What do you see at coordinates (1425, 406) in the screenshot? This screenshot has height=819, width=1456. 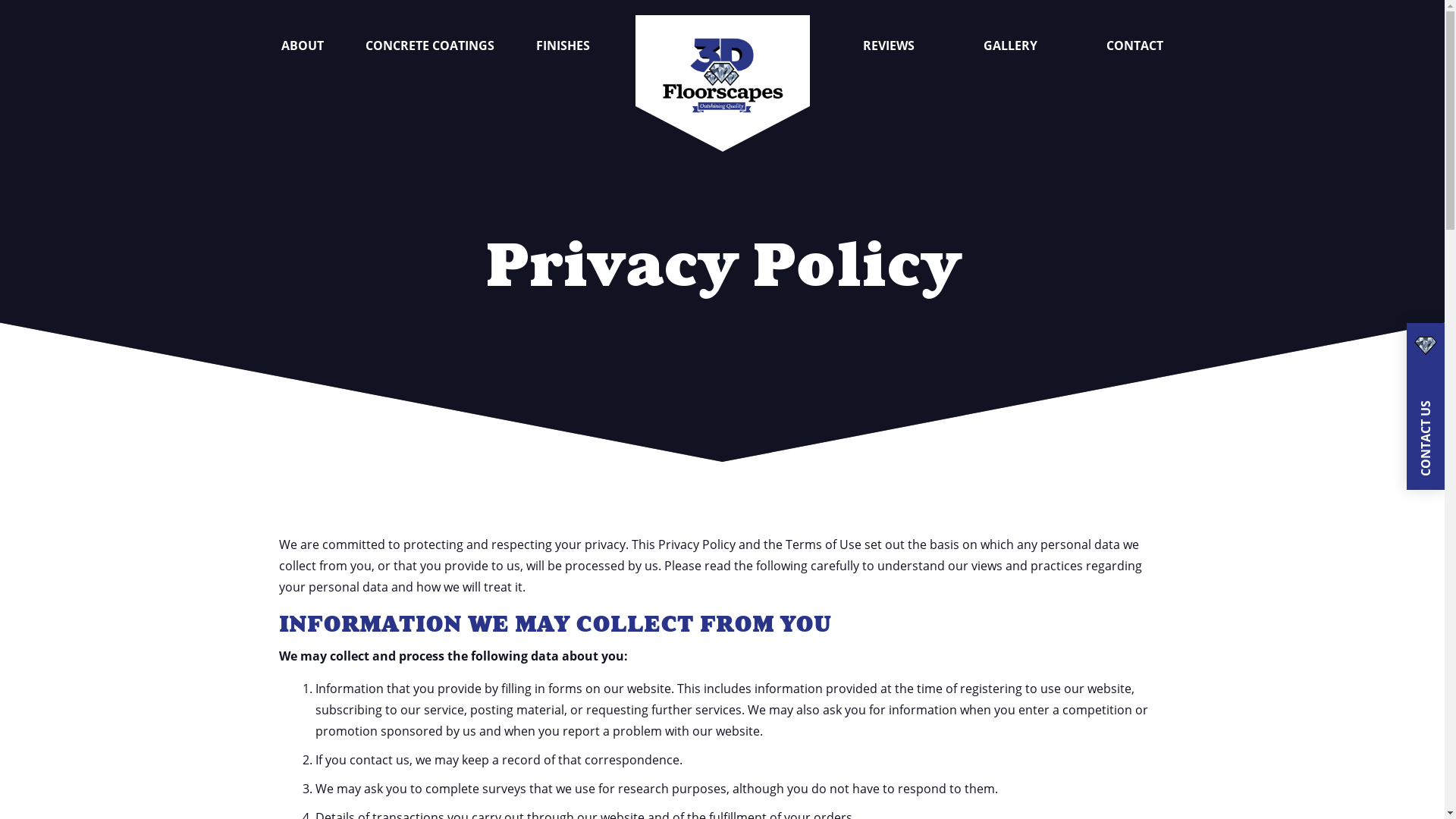 I see `'CONTACT US'` at bounding box center [1425, 406].